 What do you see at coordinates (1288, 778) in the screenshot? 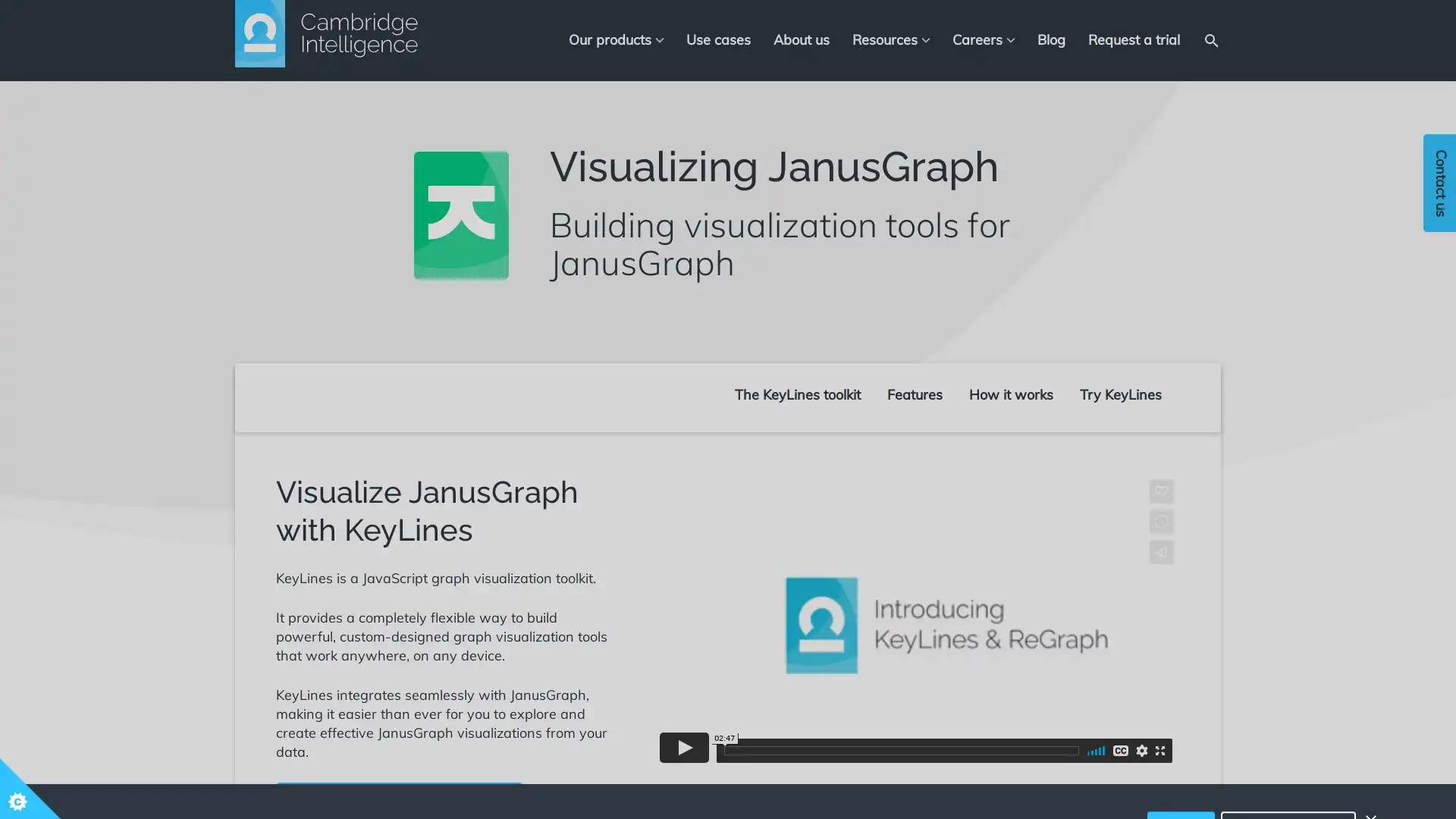
I see `Cookie Preferences` at bounding box center [1288, 778].